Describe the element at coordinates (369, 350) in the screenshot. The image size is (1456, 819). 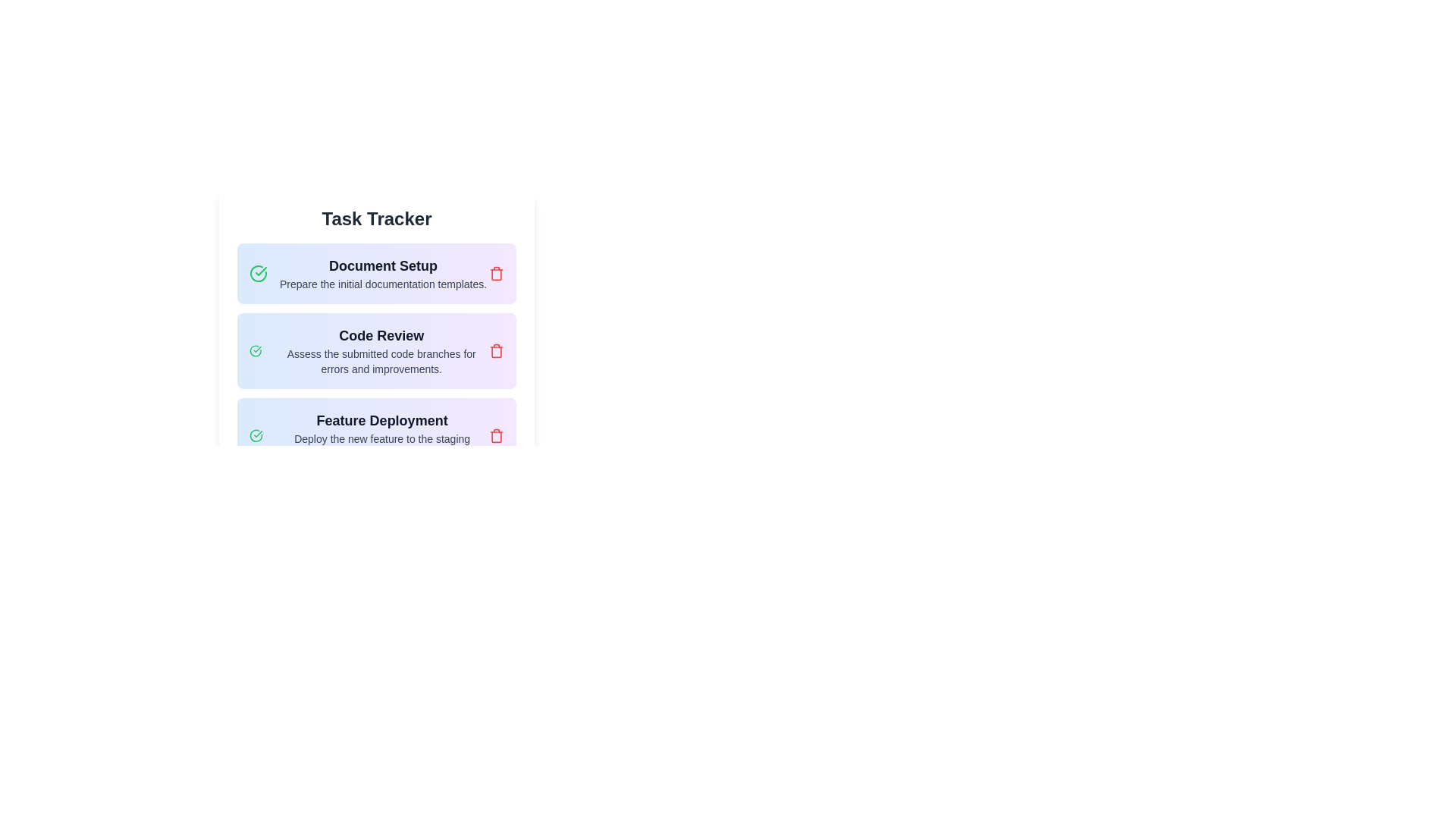
I see `task description for the 'Code Review' task card located in the second row of the task list under the 'Task Tracker' header` at that location.